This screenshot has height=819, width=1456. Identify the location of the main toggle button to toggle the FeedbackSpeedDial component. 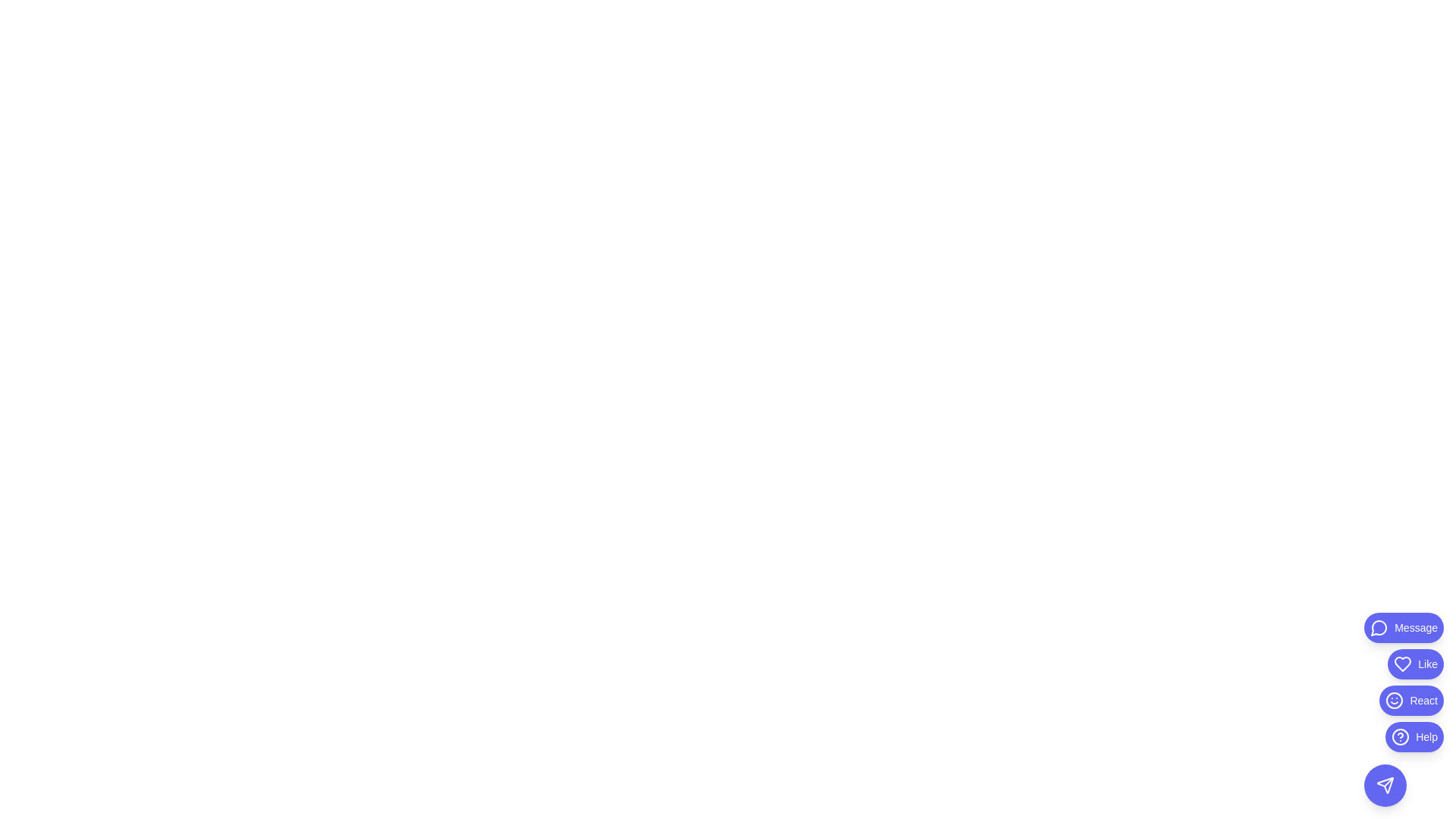
(1385, 785).